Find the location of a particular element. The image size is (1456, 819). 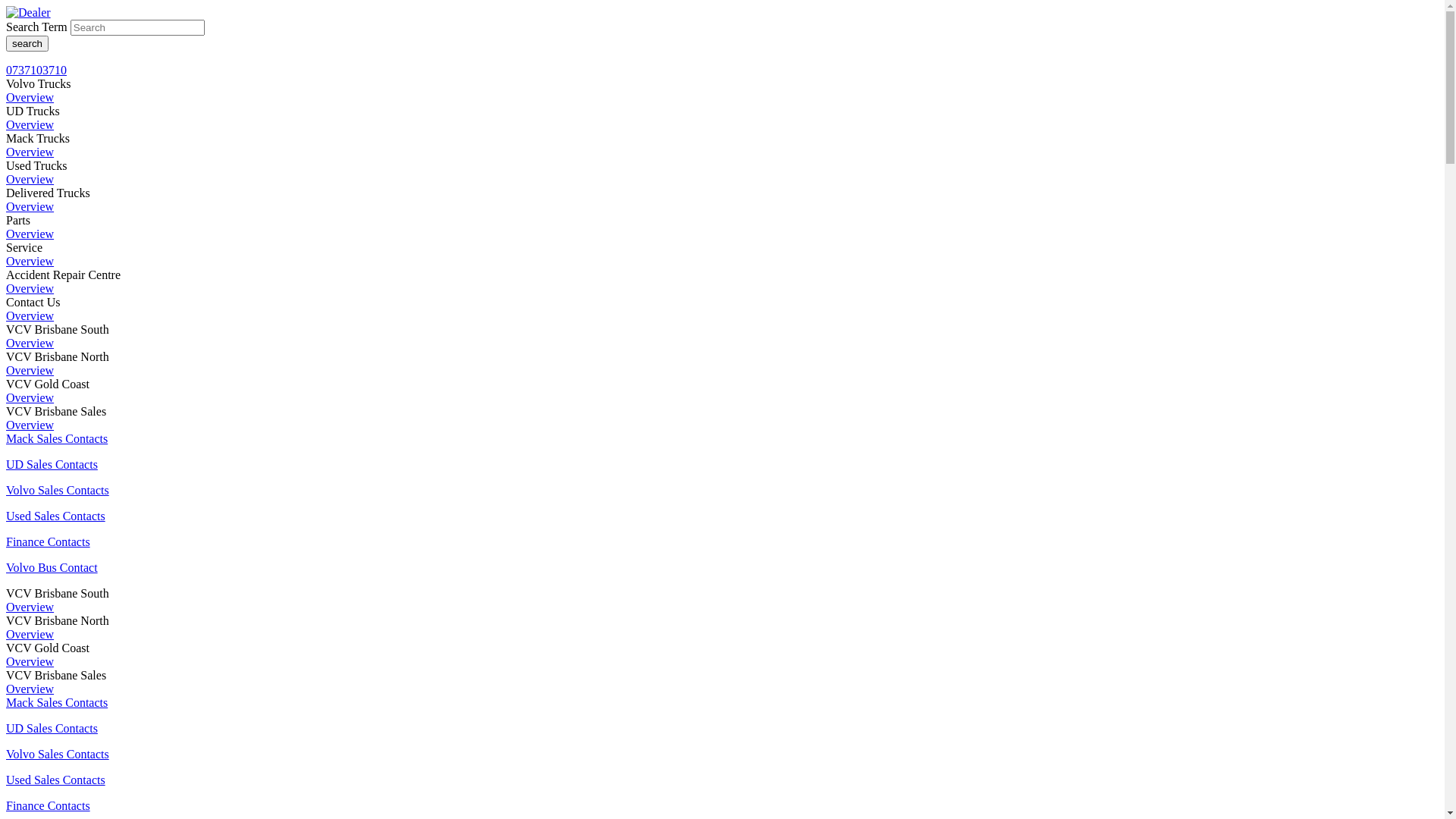

'Contact Us' is located at coordinates (6, 302).